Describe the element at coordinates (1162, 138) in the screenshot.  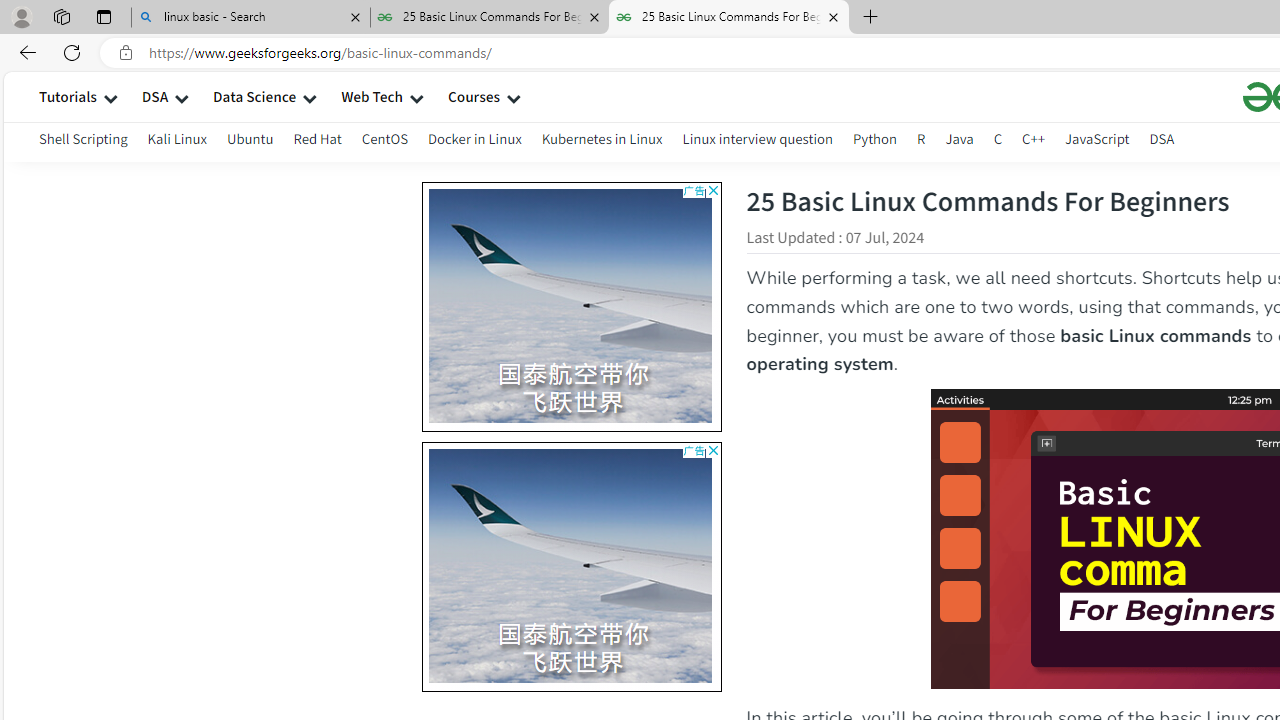
I see `'DSA'` at that location.